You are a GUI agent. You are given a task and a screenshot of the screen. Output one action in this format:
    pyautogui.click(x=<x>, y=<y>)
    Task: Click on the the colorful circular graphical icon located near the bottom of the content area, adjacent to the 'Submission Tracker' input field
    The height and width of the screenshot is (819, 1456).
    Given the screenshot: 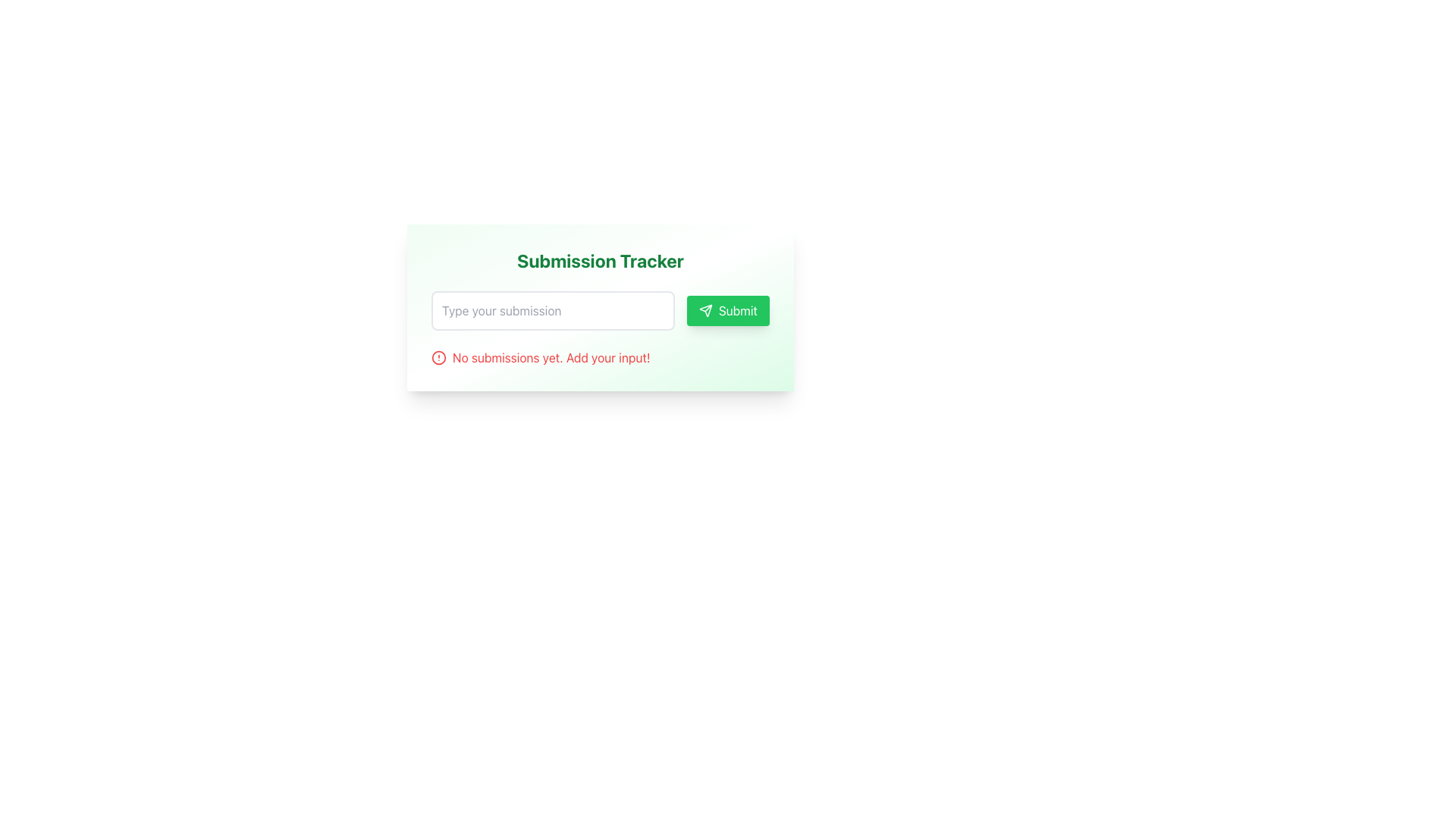 What is the action you would take?
    pyautogui.click(x=438, y=357)
    